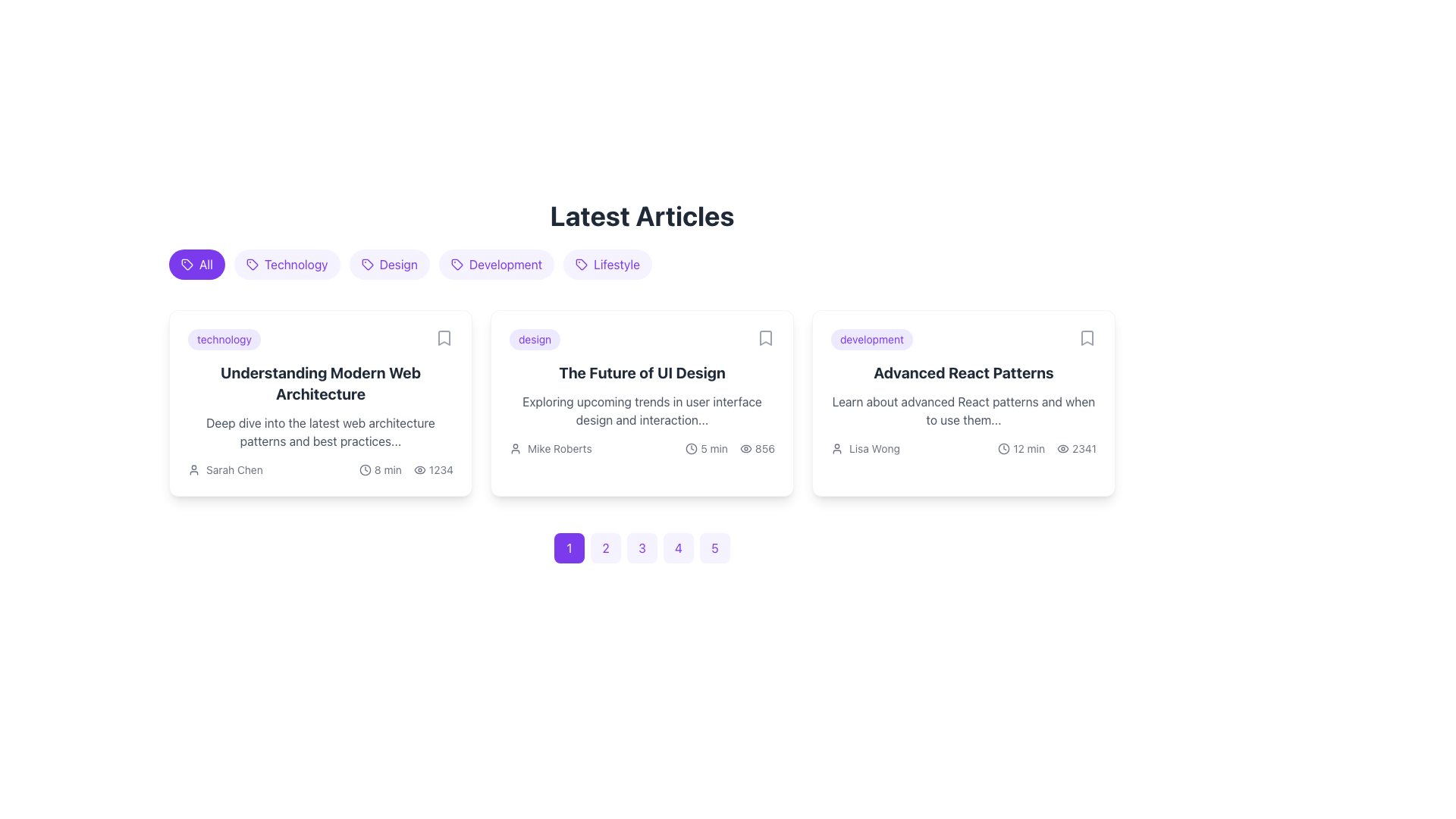 This screenshot has width=1456, height=819. What do you see at coordinates (730, 447) in the screenshot?
I see `the clock and eye icons in the 'The Future of UI Design' card under the author's name 'Mike Roberts'` at bounding box center [730, 447].